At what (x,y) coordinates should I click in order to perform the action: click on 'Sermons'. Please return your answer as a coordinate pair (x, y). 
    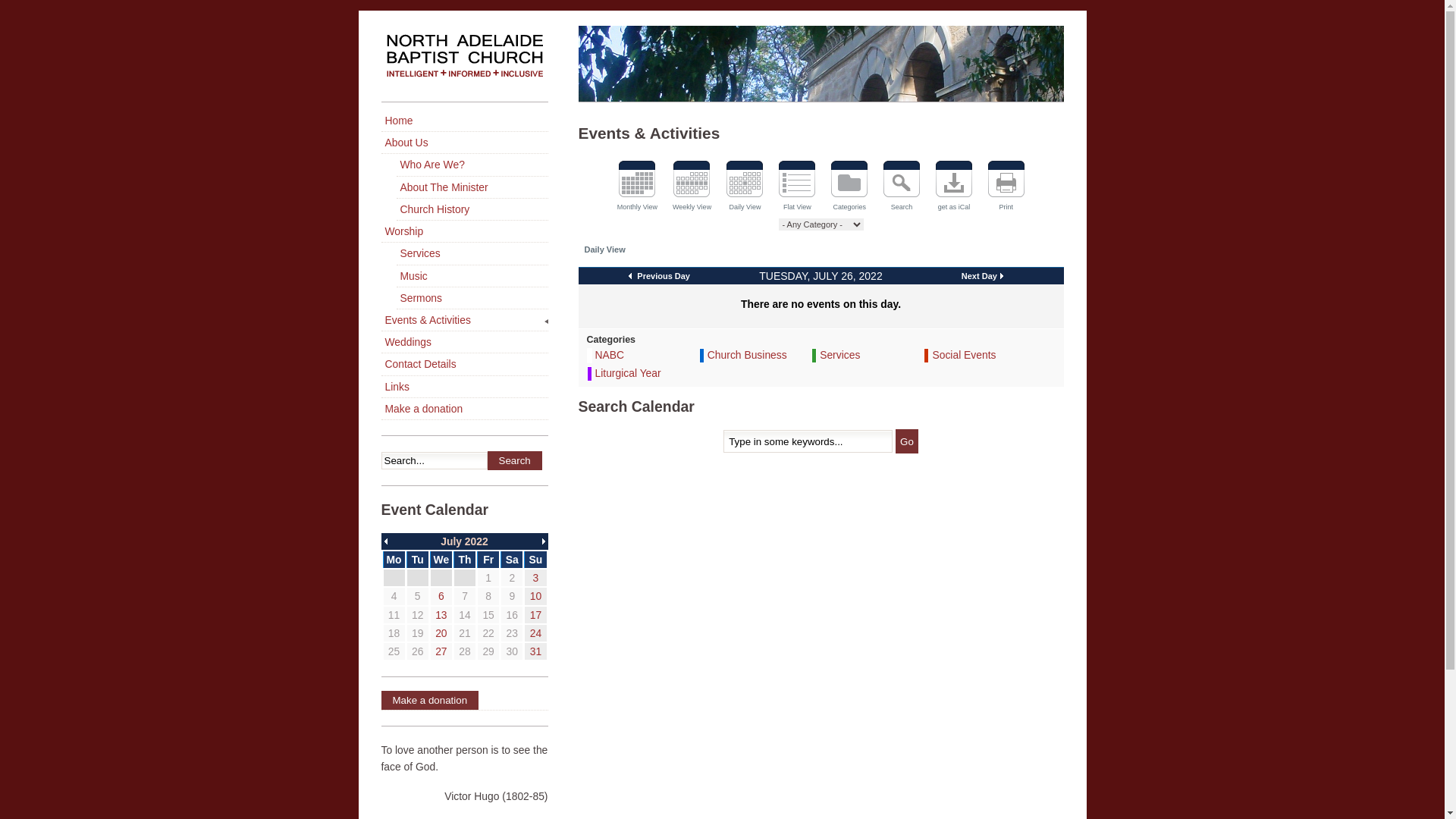
    Looking at the image, I should click on (471, 298).